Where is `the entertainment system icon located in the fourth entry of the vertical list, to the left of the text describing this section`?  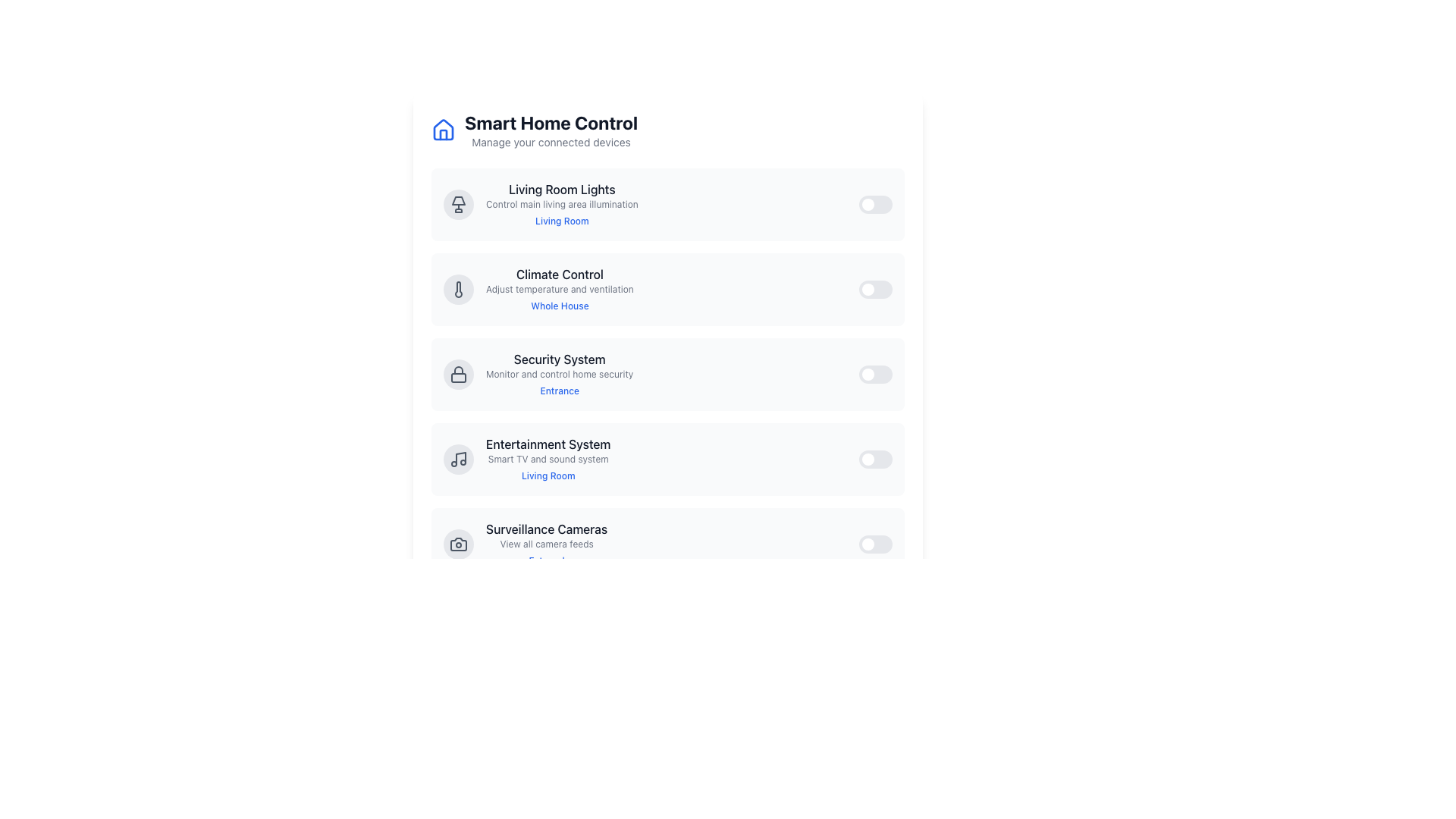
the entertainment system icon located in the fourth entry of the vertical list, to the left of the text describing this section is located at coordinates (457, 458).